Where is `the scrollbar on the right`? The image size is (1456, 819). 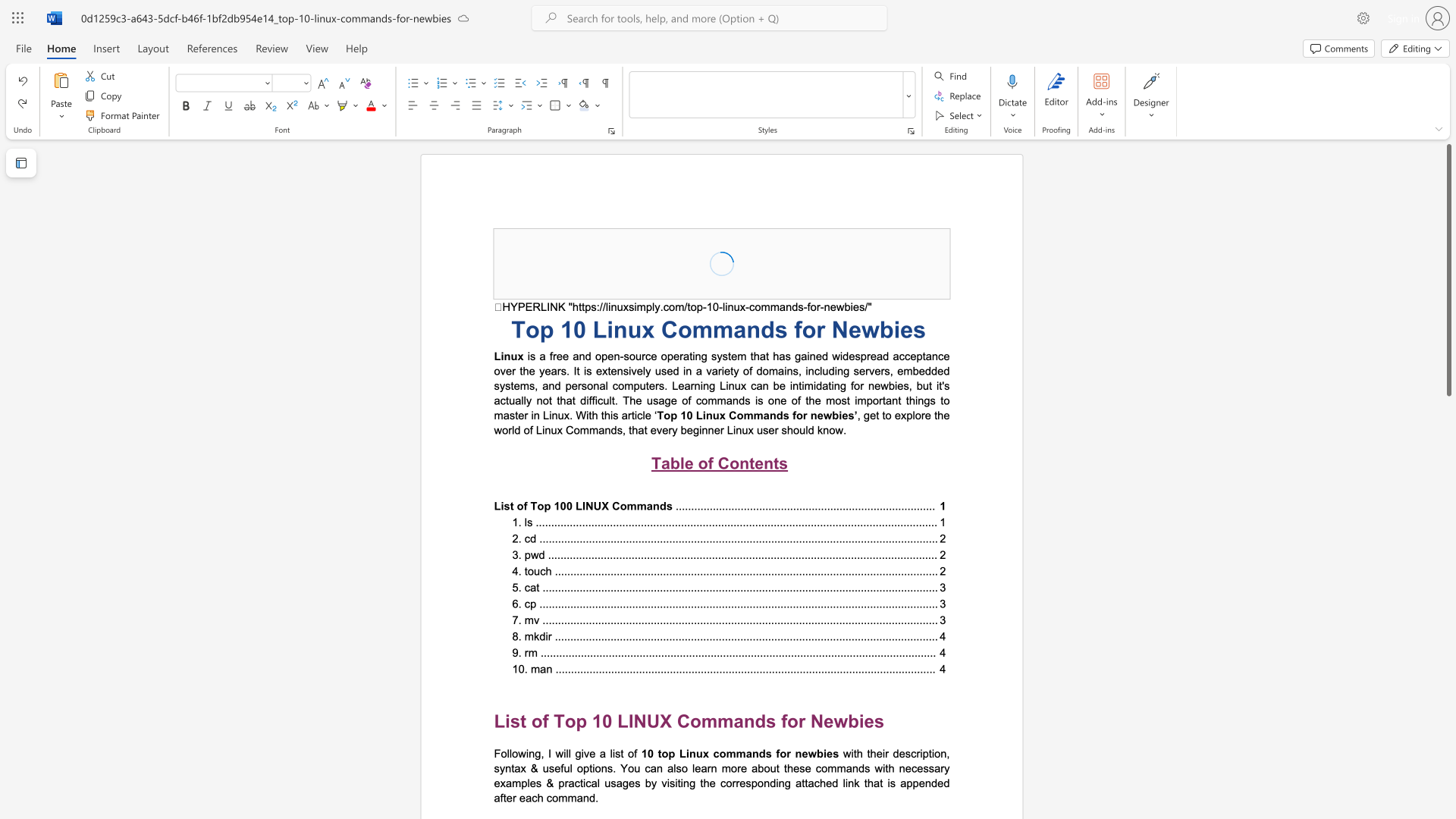
the scrollbar on the right is located at coordinates (1448, 432).